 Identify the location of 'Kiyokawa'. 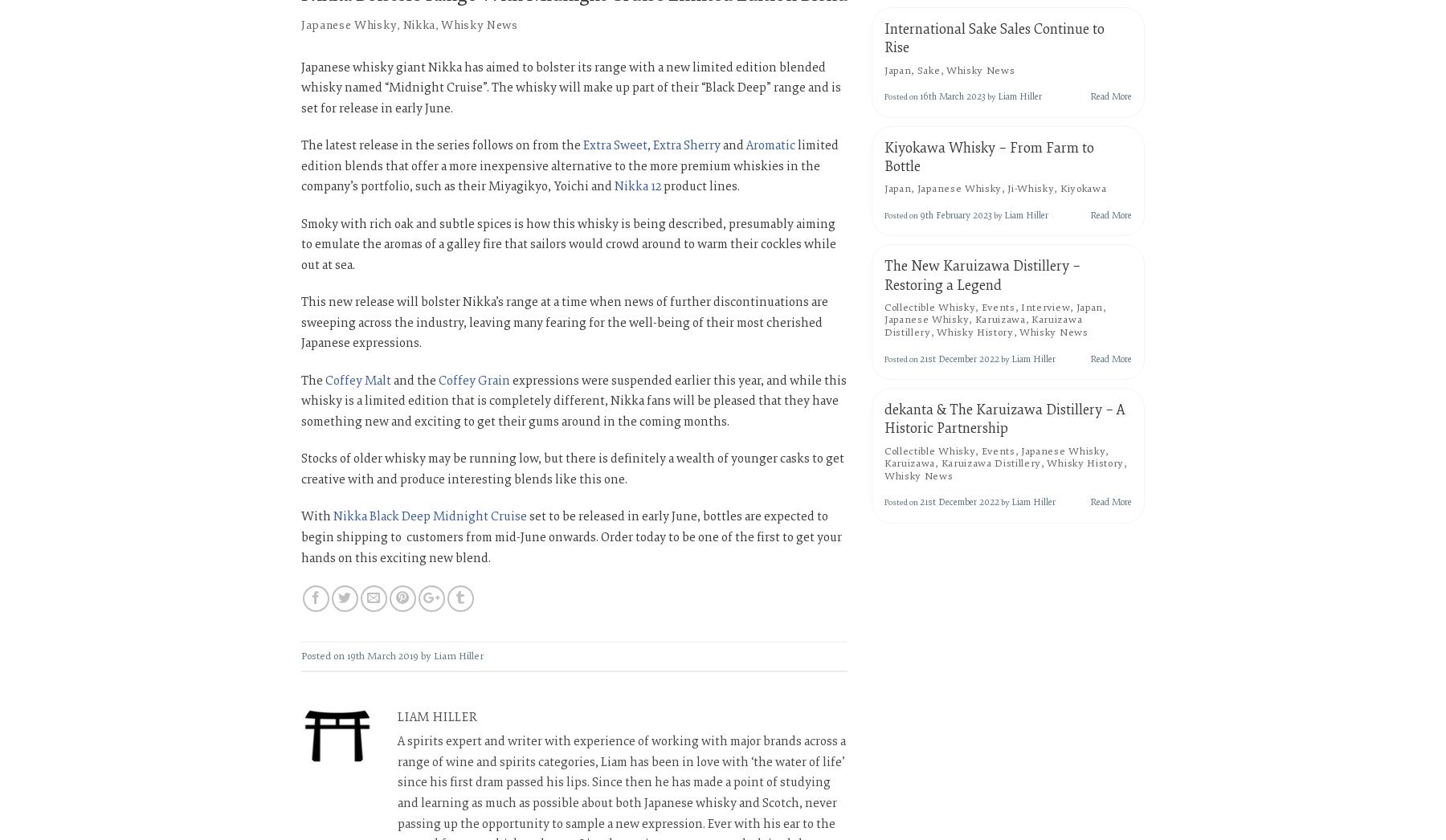
(1083, 188).